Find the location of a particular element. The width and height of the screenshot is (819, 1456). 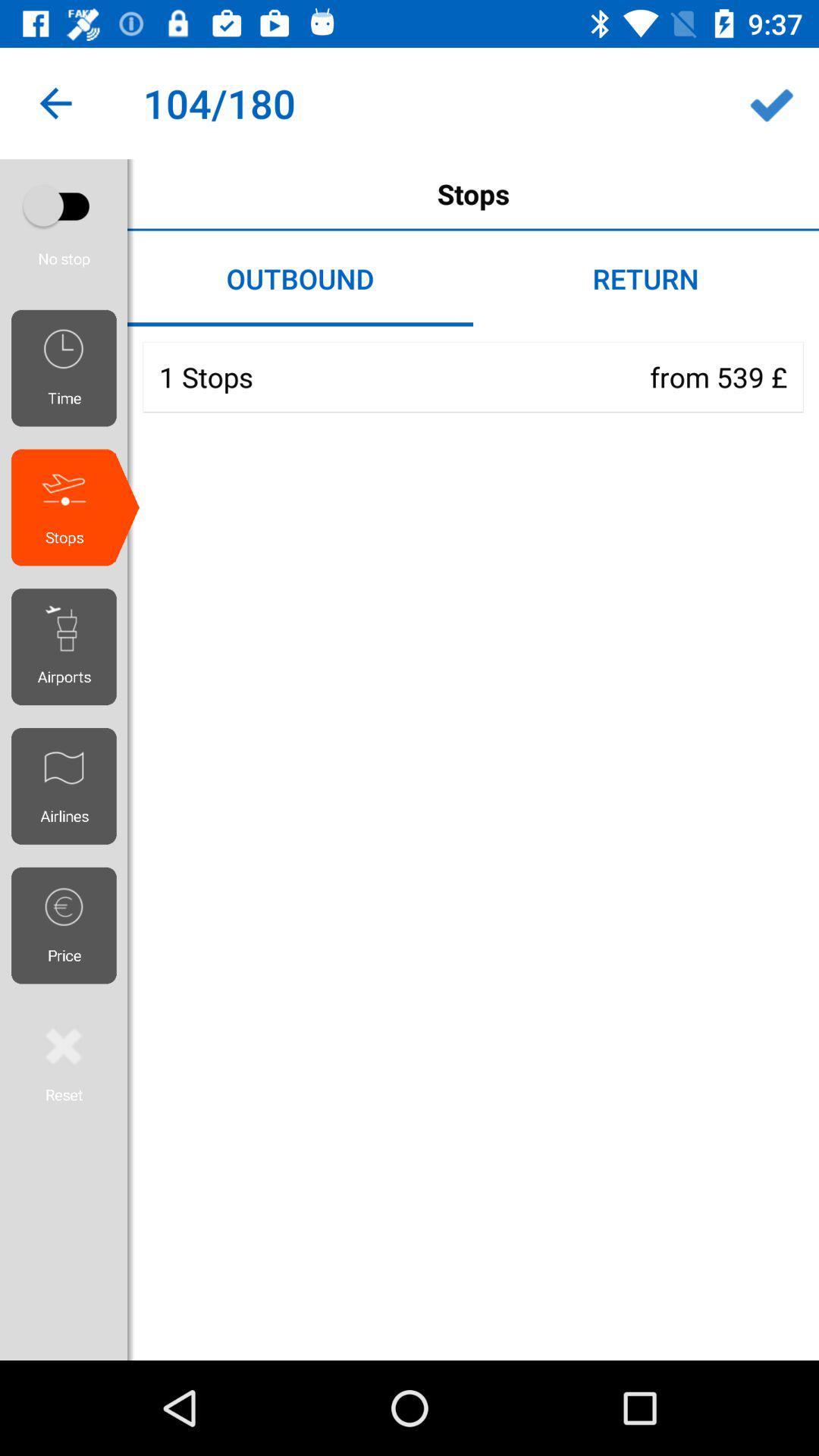

item above the stops item is located at coordinates (771, 102).